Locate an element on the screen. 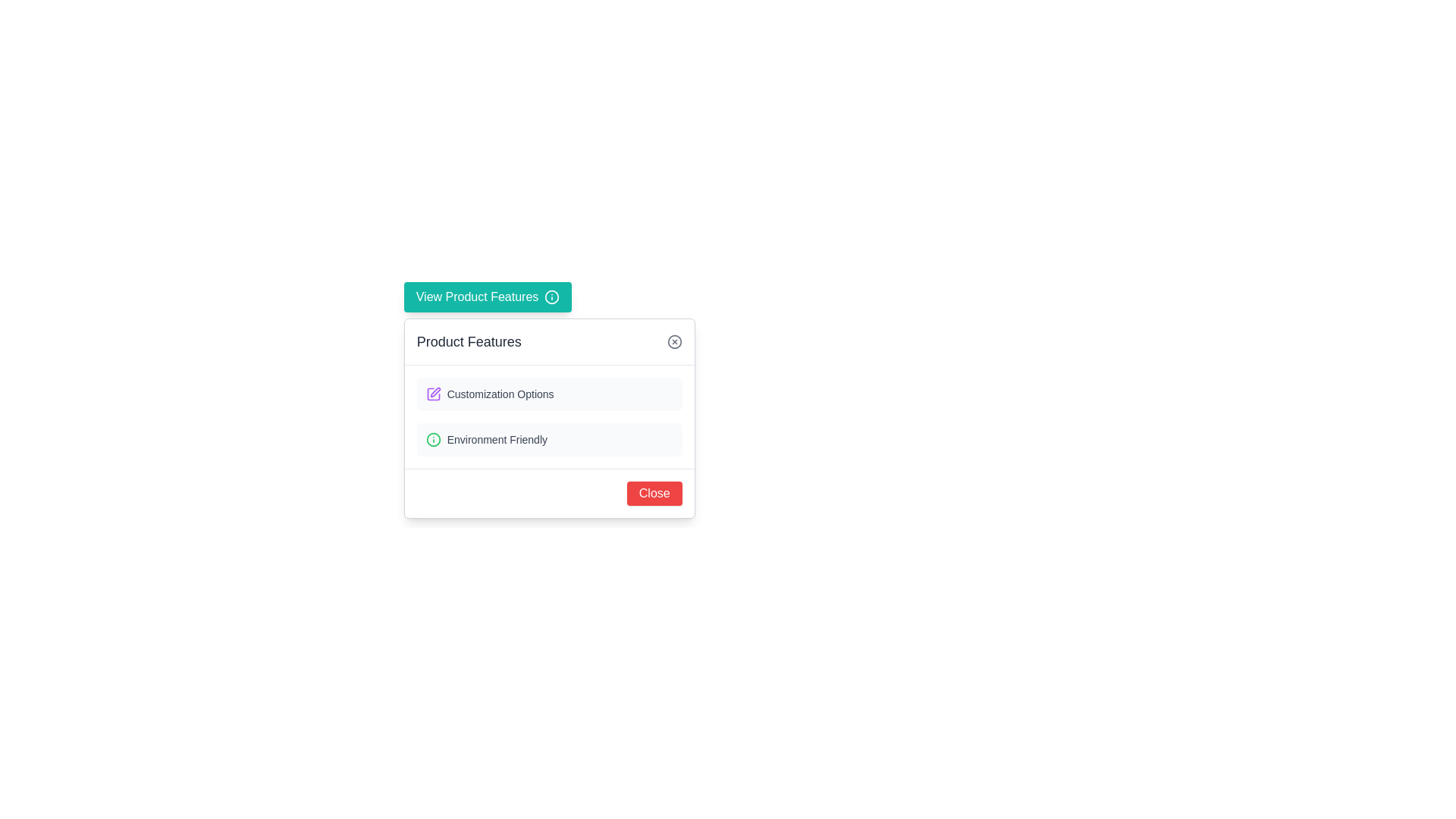 Image resolution: width=1456 pixels, height=819 pixels. the graphical icon (circle) located to the left of the text 'Environment Friendly' in the feature list of the modal dialog is located at coordinates (432, 439).